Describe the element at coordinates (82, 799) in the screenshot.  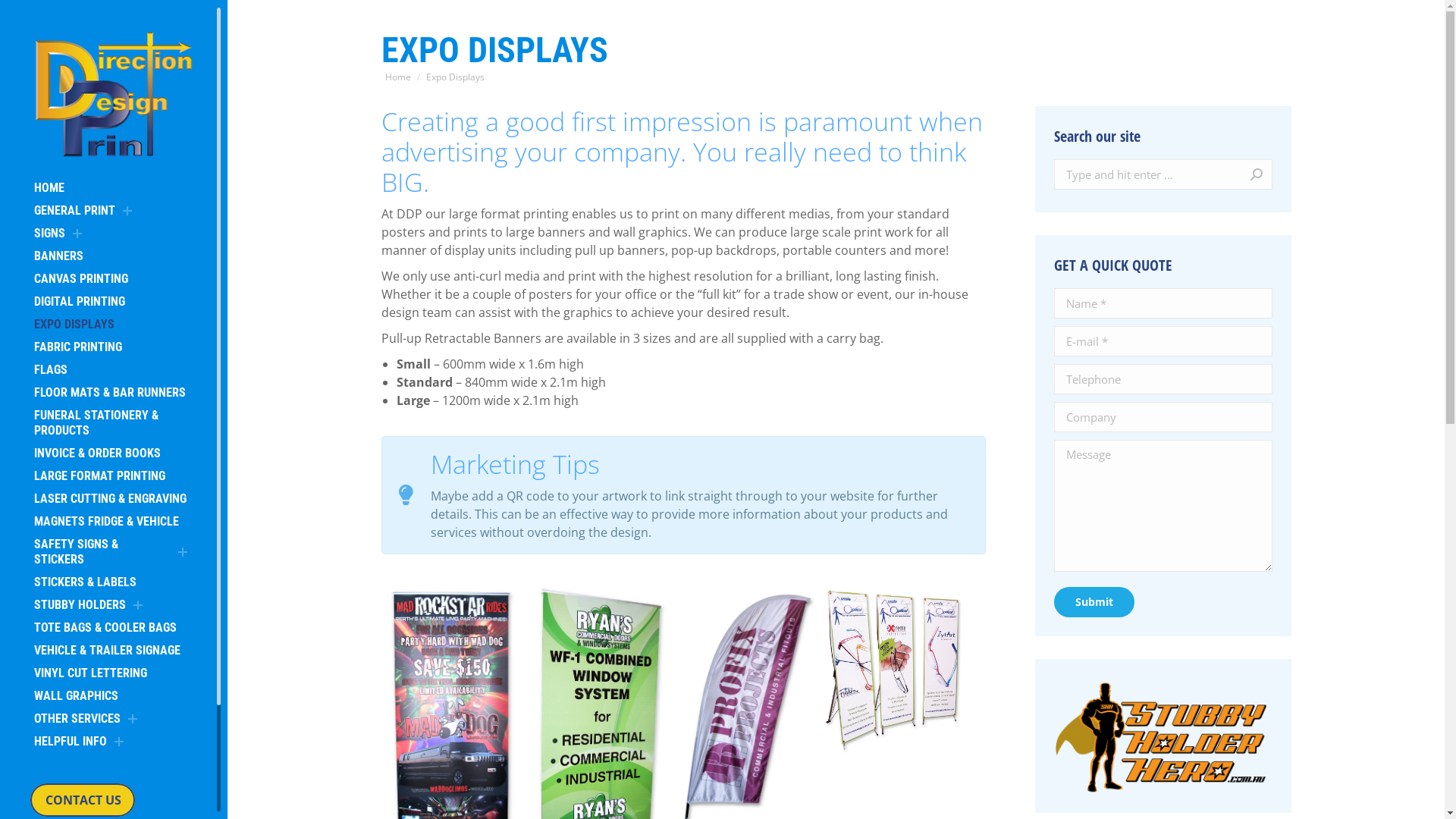
I see `'CONTACT US'` at that location.